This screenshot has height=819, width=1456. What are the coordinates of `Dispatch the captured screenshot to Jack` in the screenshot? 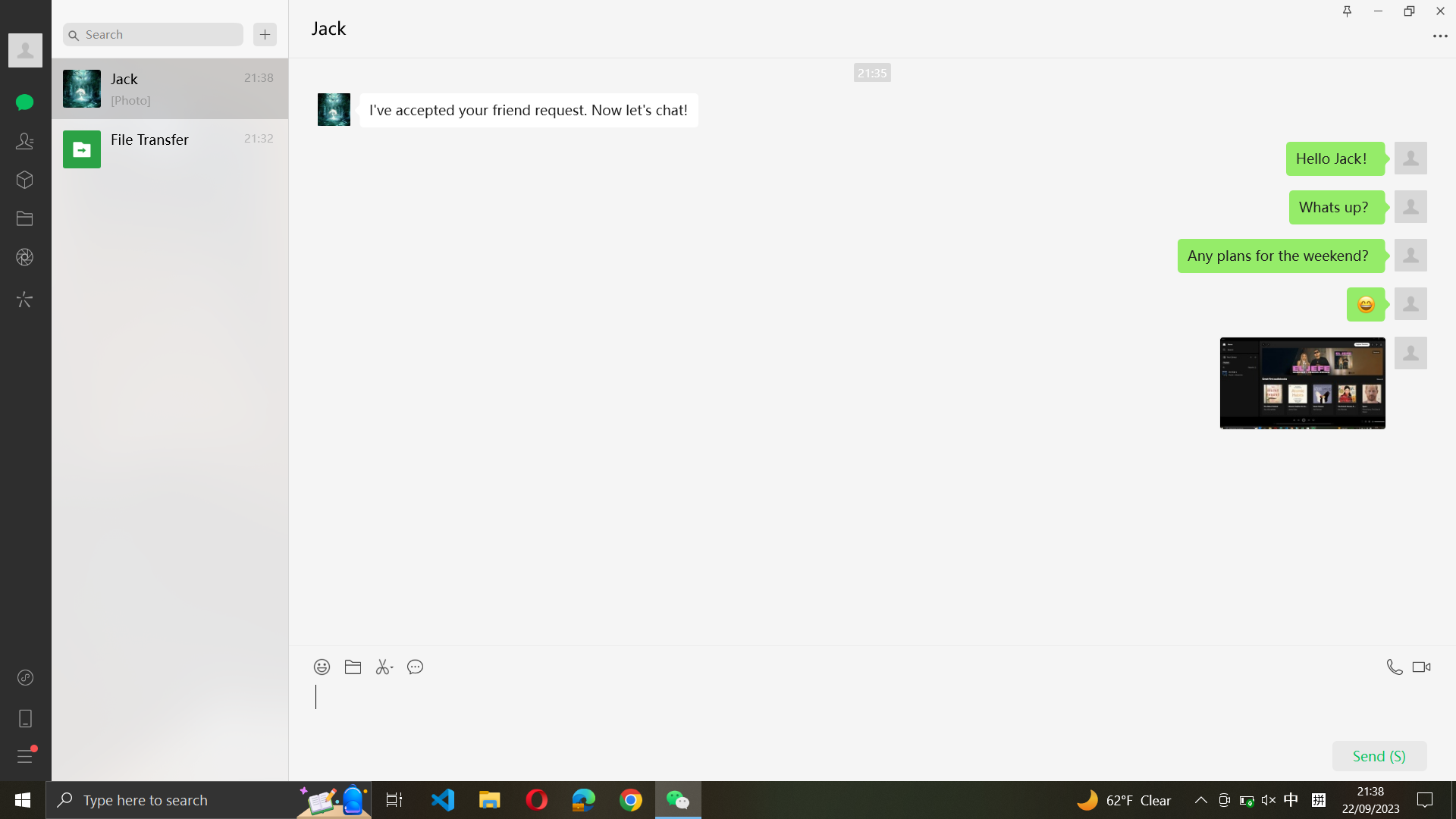 It's located at (386, 662).